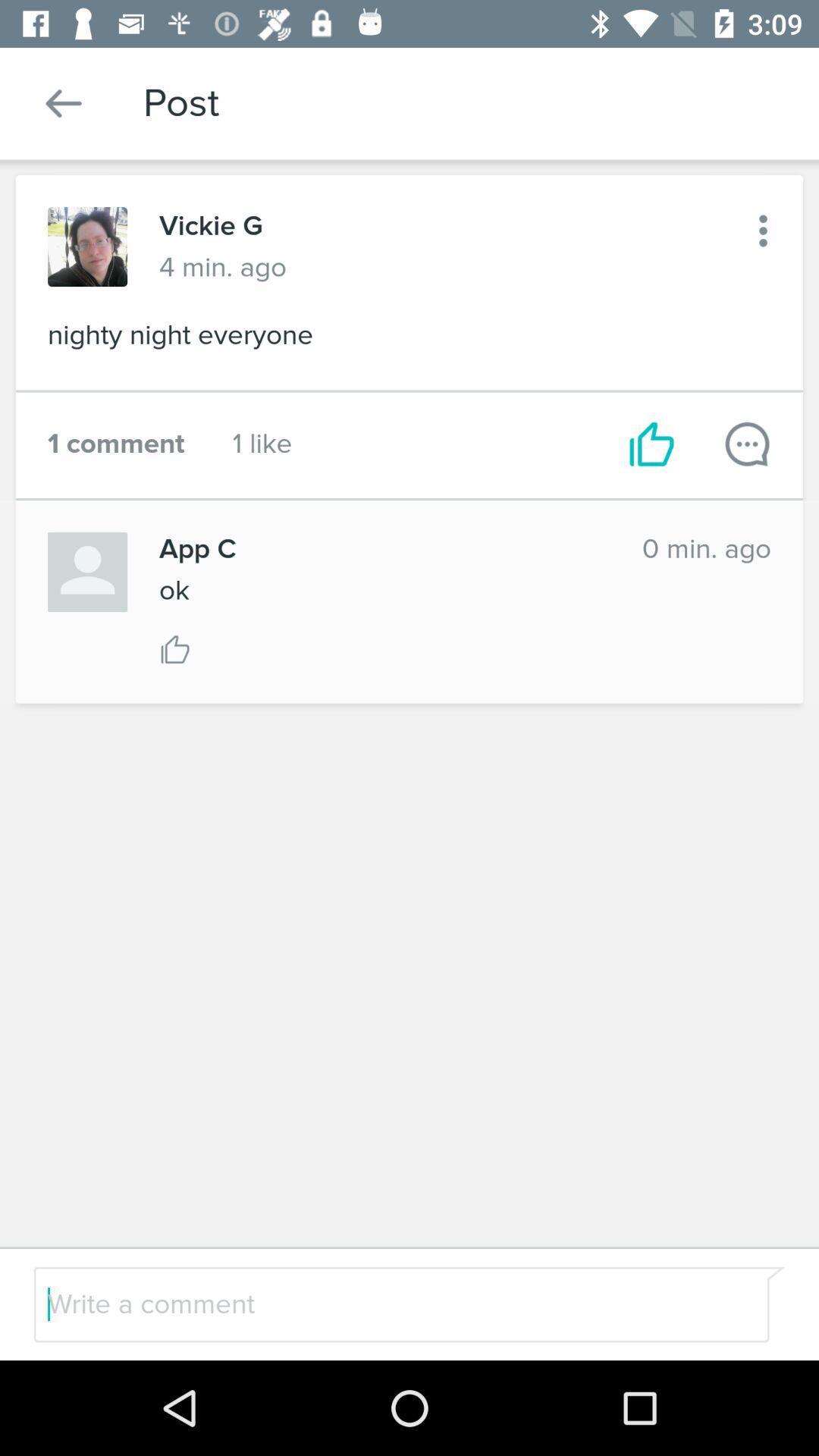 The height and width of the screenshot is (1456, 819). What do you see at coordinates (87, 246) in the screenshot?
I see `open this profile` at bounding box center [87, 246].